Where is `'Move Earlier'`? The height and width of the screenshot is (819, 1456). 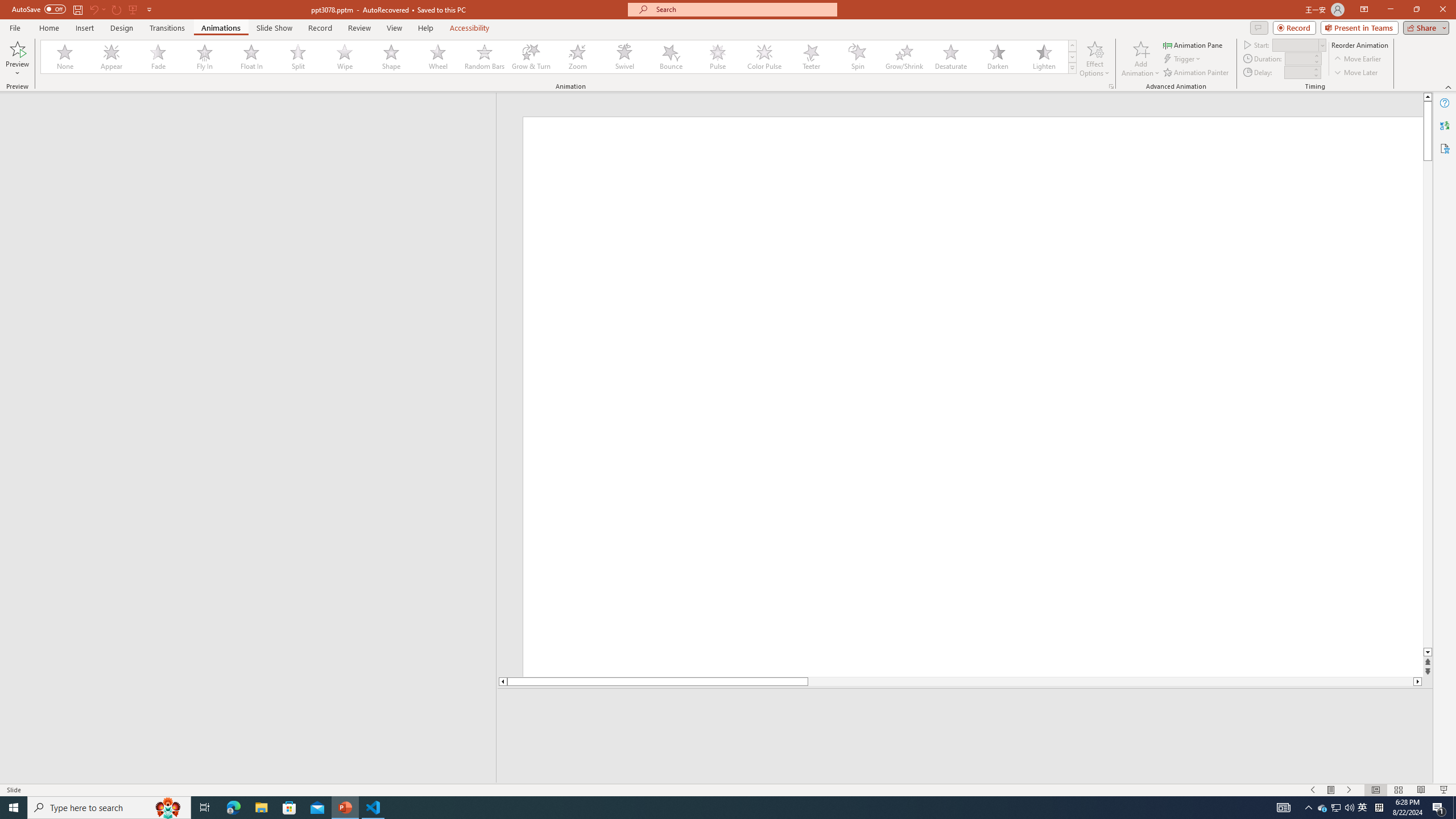 'Move Earlier' is located at coordinates (1357, 59).